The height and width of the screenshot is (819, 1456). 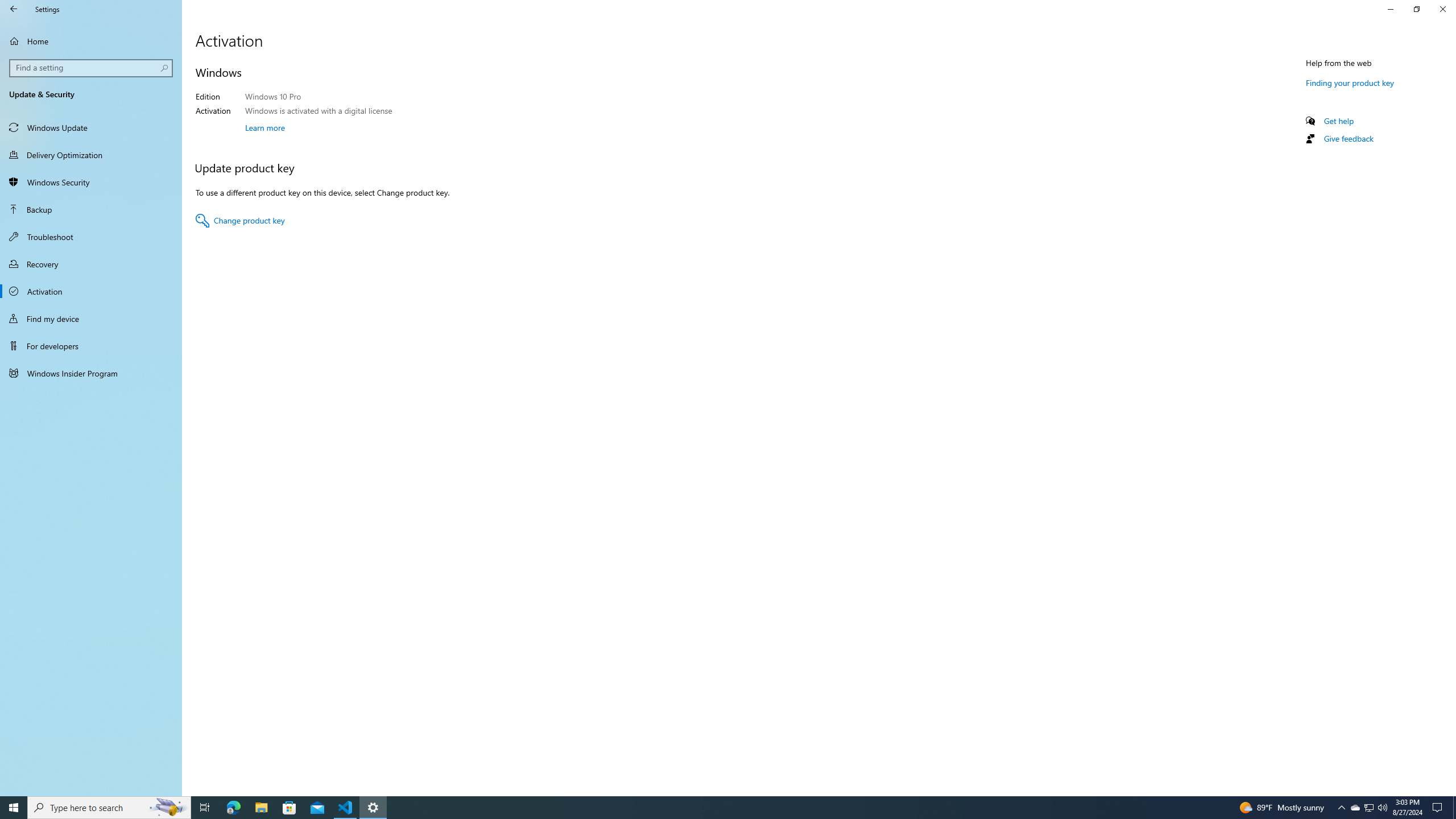 What do you see at coordinates (289, 806) in the screenshot?
I see `'Microsoft Store'` at bounding box center [289, 806].